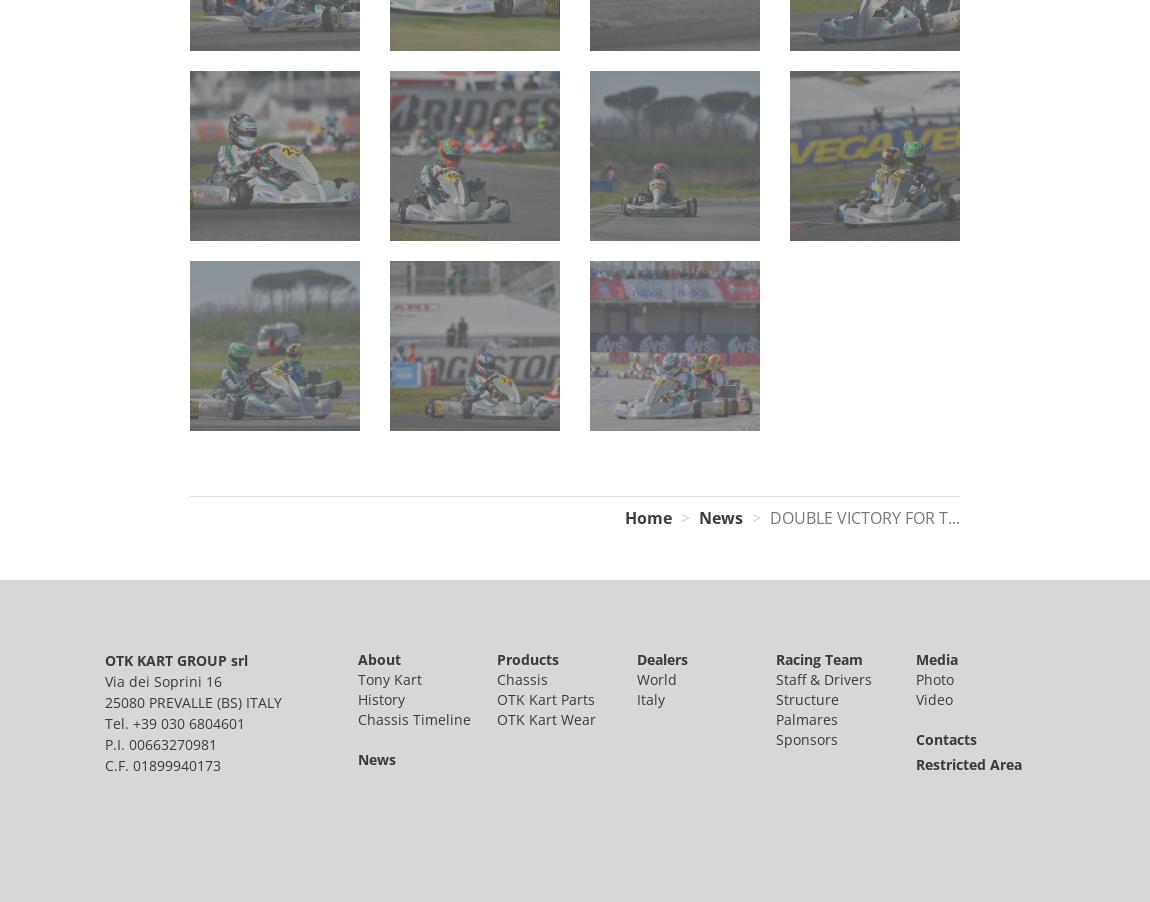 The width and height of the screenshot is (1150, 902). I want to click on 'DOUBLE VICTORY FOR T...', so click(865, 516).